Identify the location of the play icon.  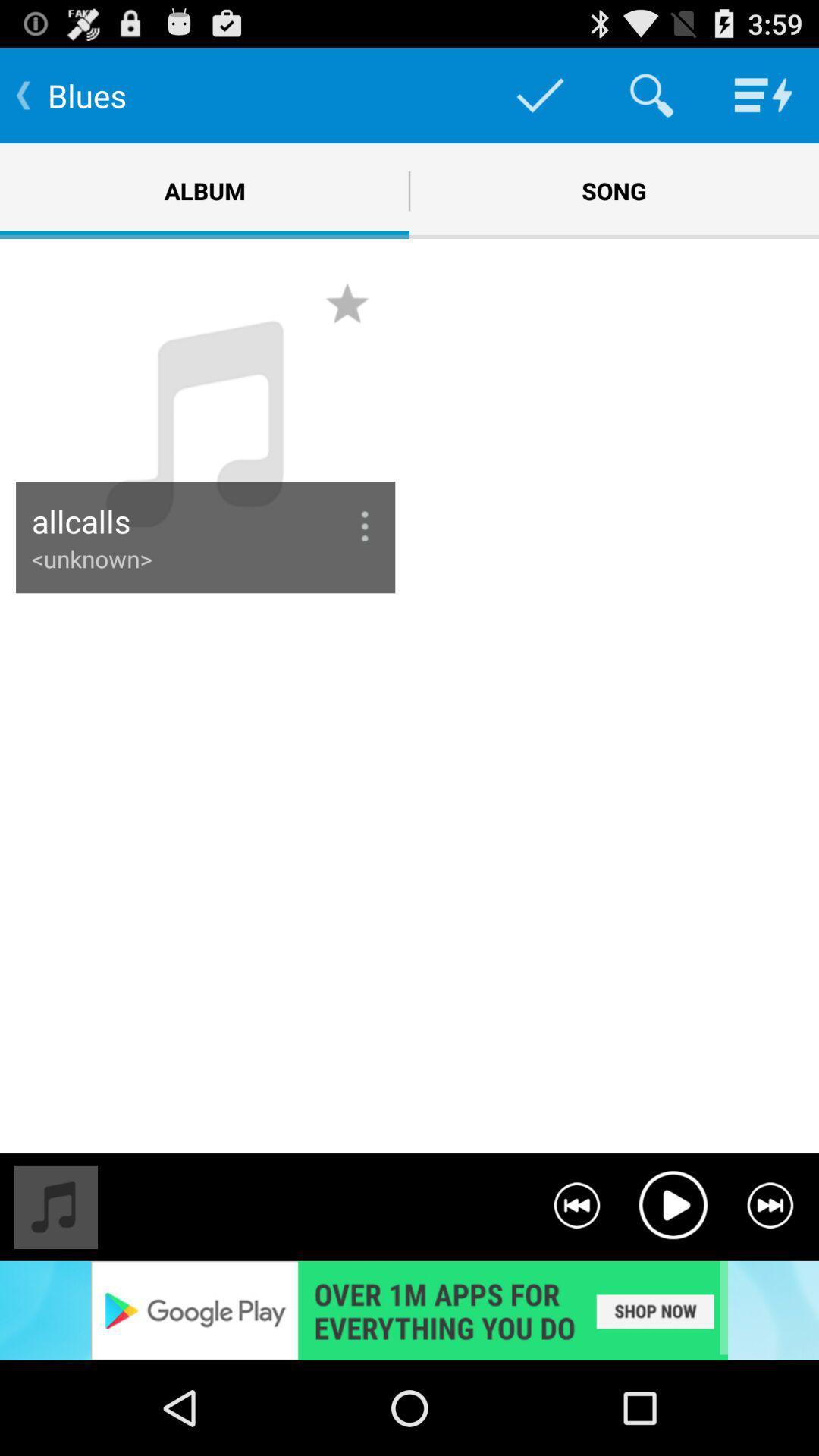
(672, 1288).